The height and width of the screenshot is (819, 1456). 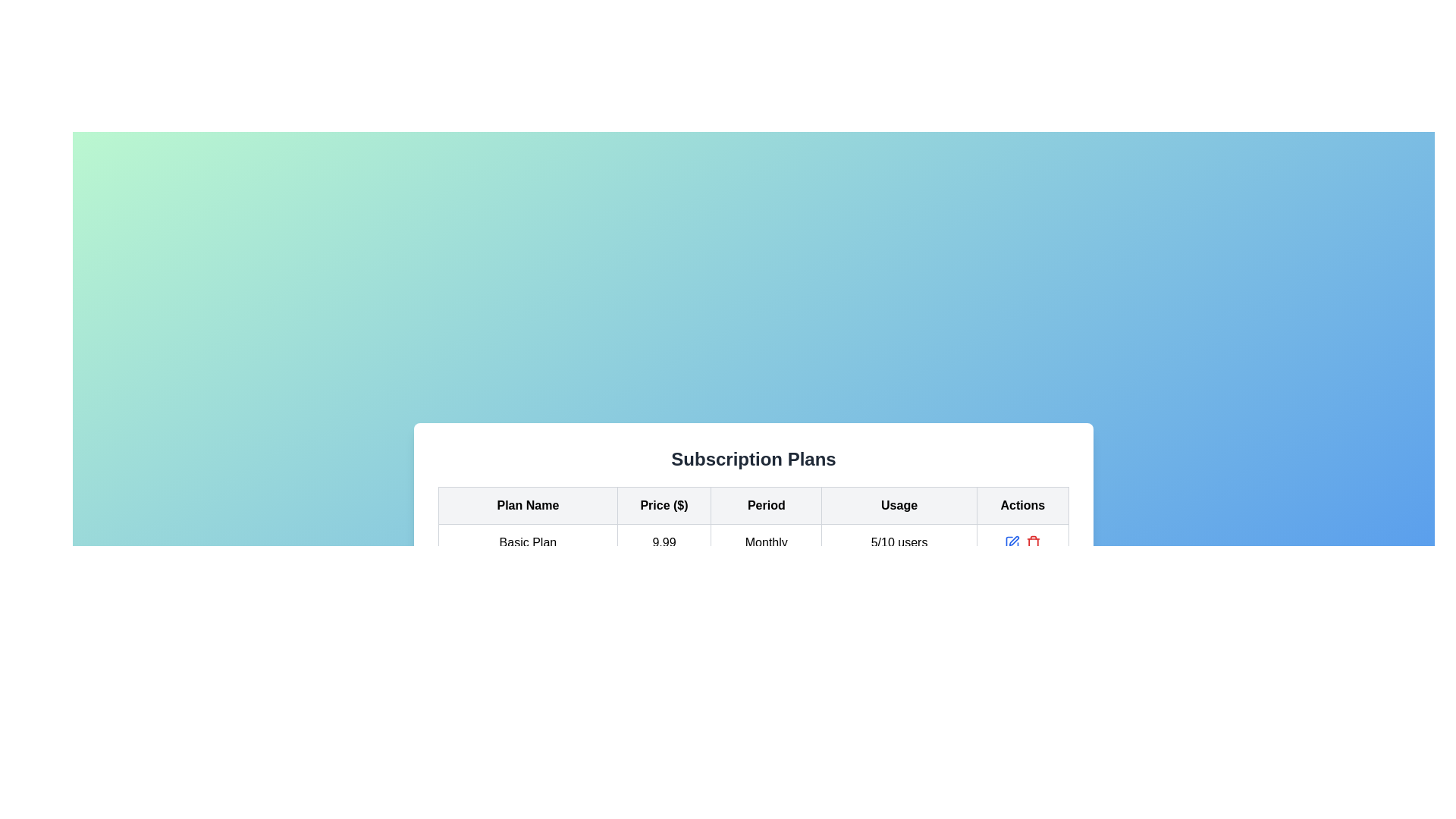 What do you see at coordinates (753, 561) in the screenshot?
I see `text content of the subscription plans table, which includes rows for Basic, Pro, and Enterprise plans, along with their pricing and usage limits` at bounding box center [753, 561].